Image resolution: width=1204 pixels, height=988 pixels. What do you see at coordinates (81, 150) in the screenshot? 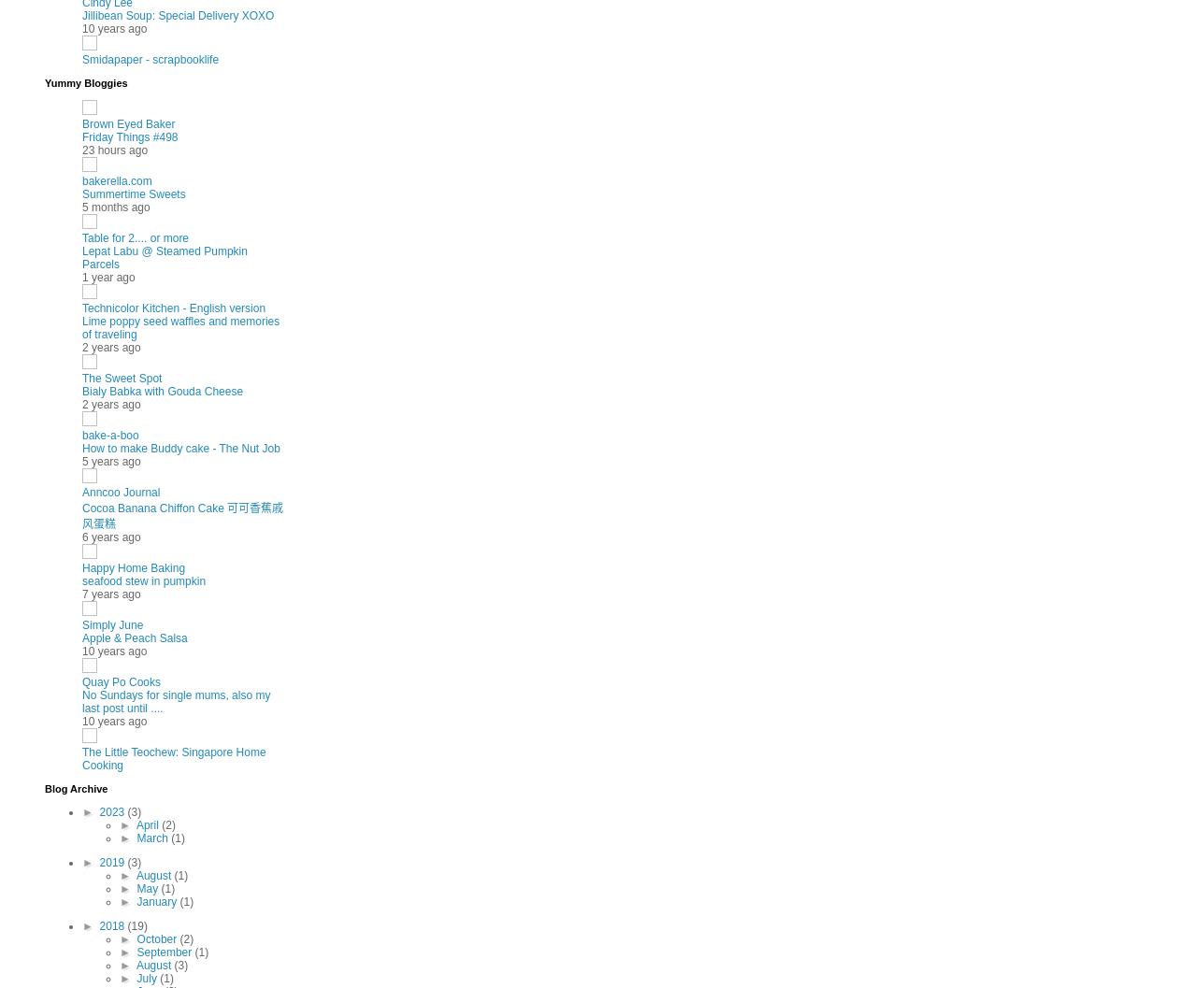
I see `'23 hours ago'` at bounding box center [81, 150].